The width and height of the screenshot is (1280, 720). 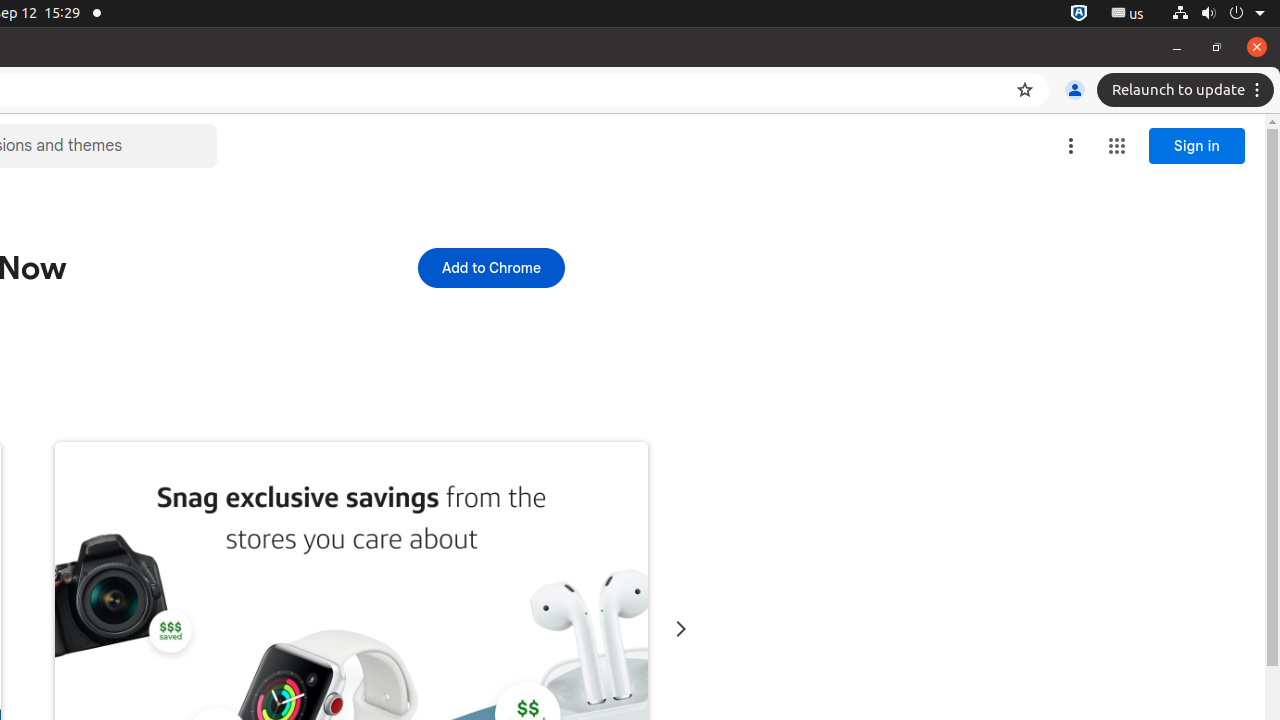 I want to click on ':1.21/StatusNotifierItem', so click(x=1127, y=13).